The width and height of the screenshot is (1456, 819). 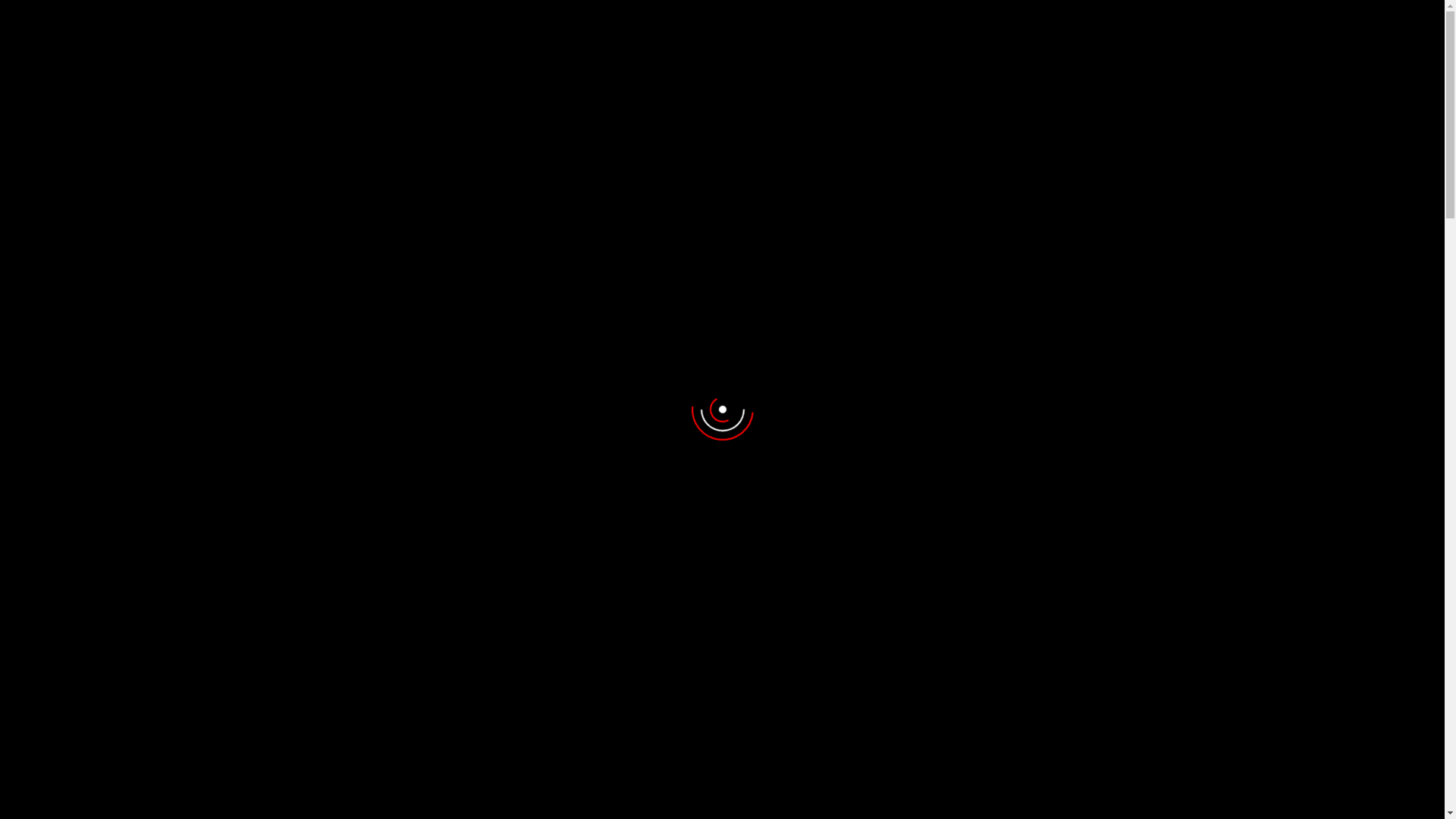 What do you see at coordinates (408, 14) in the screenshot?
I see `'01553-747757'` at bounding box center [408, 14].